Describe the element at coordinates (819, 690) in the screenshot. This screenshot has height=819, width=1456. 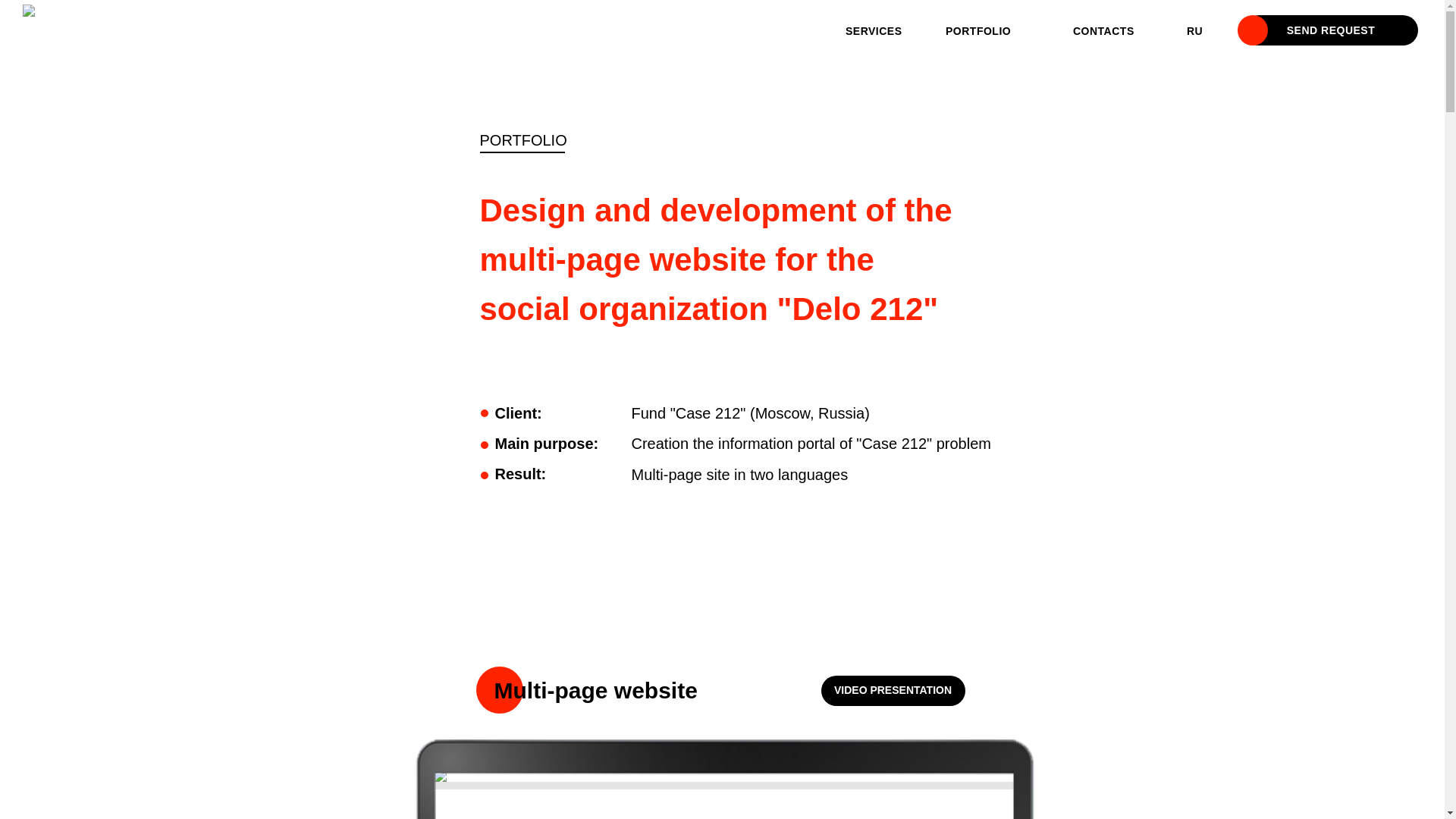
I see `'VIDEO PRESENTATION'` at that location.